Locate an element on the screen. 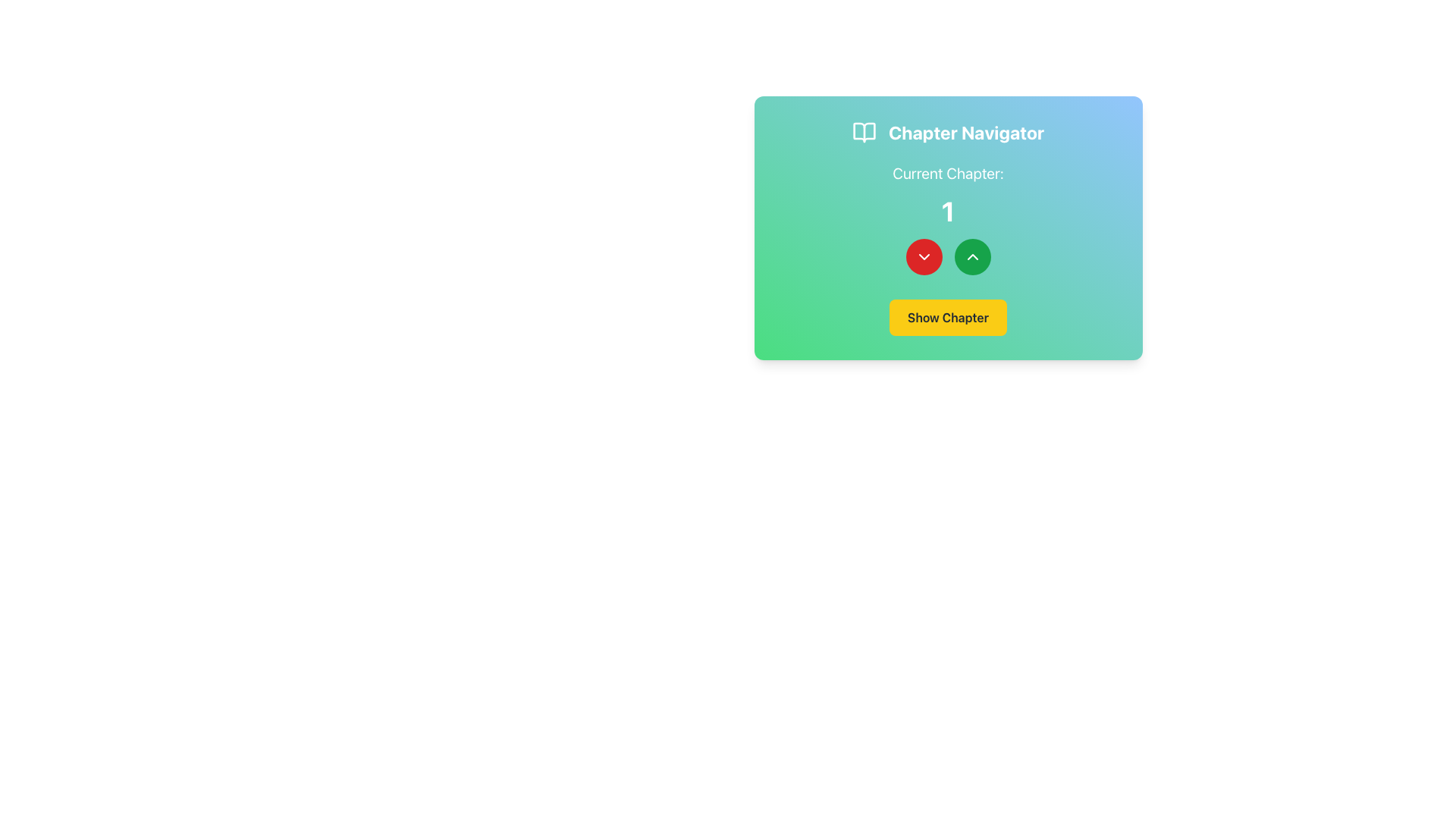 The width and height of the screenshot is (1456, 819). the leftmost circular button with a red background and a chevron-down icon, located beneath the text 'Current Chapter:' is located at coordinates (923, 256).